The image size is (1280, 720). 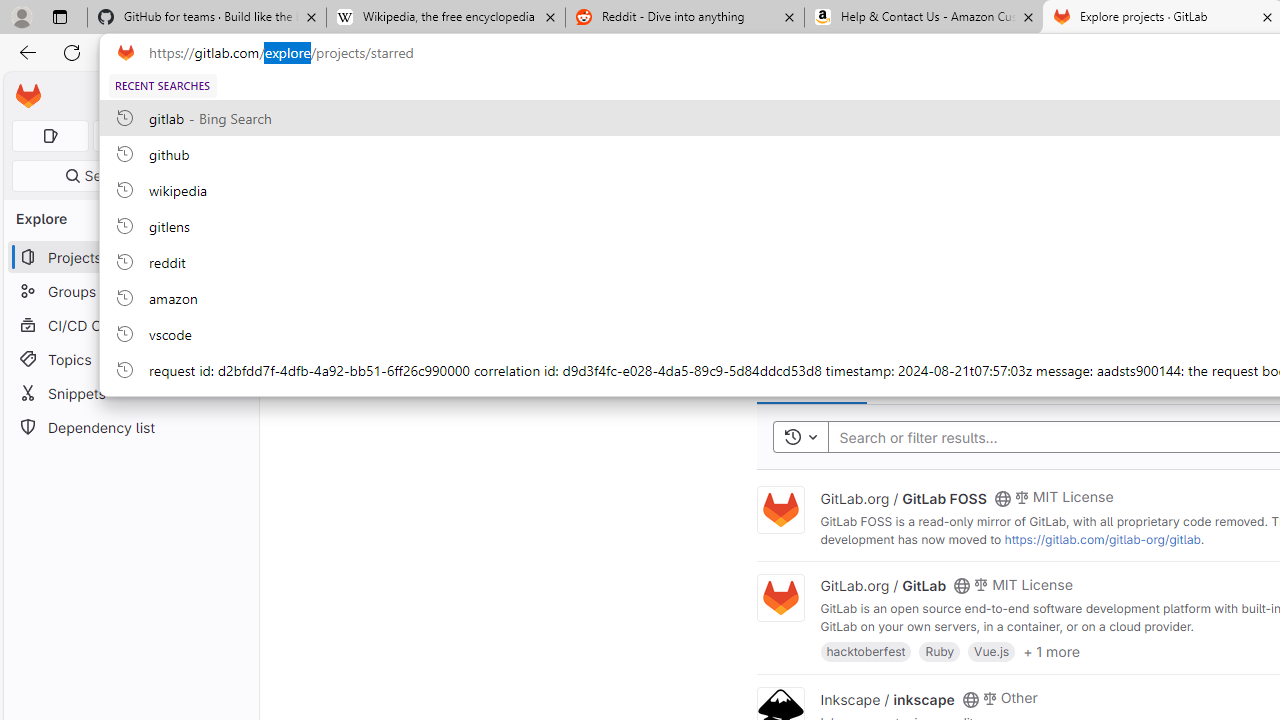 I want to click on 'Toggle history', so click(x=800, y=436).